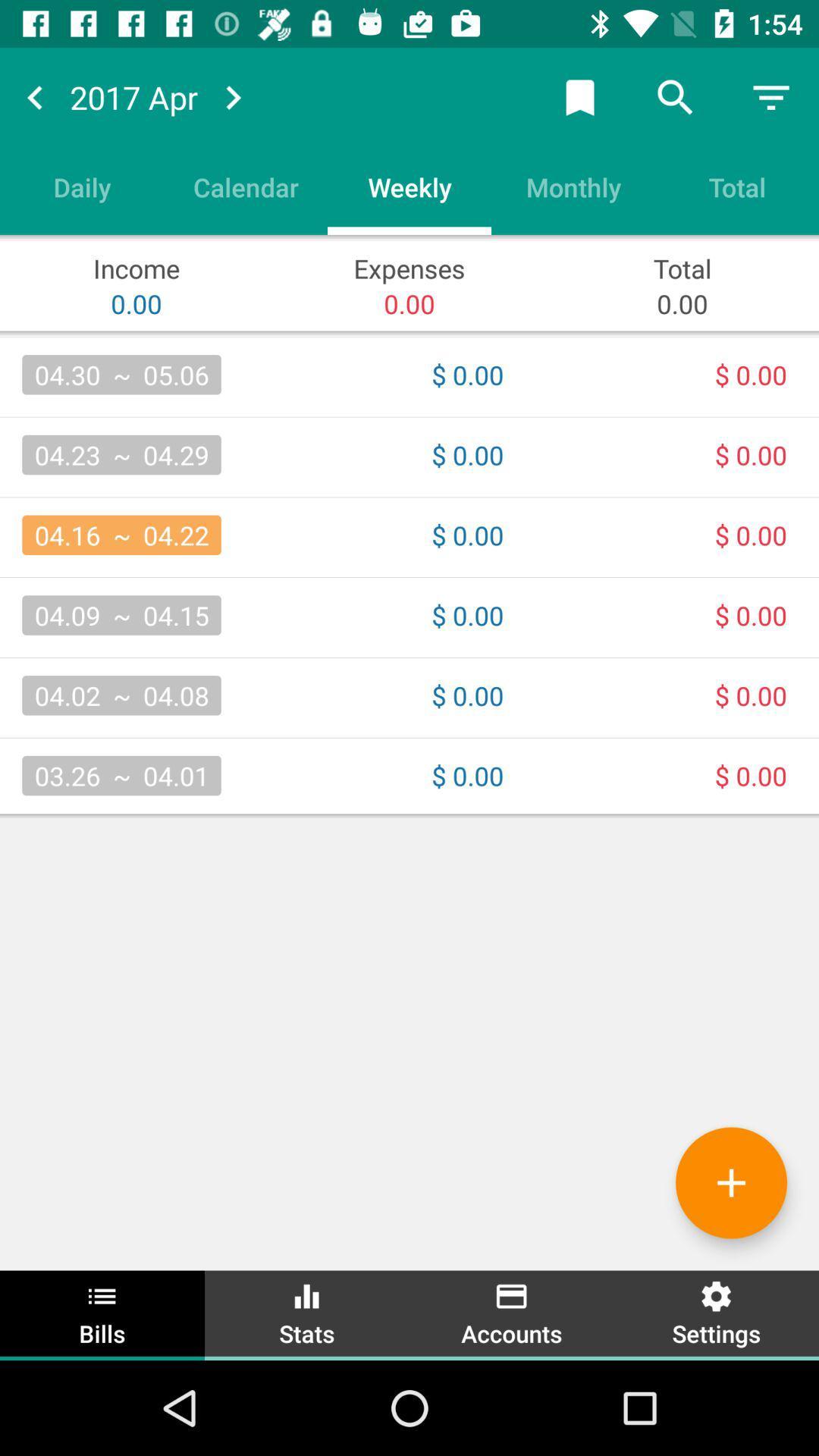 The width and height of the screenshot is (819, 1456). What do you see at coordinates (233, 96) in the screenshot?
I see `next` at bounding box center [233, 96].